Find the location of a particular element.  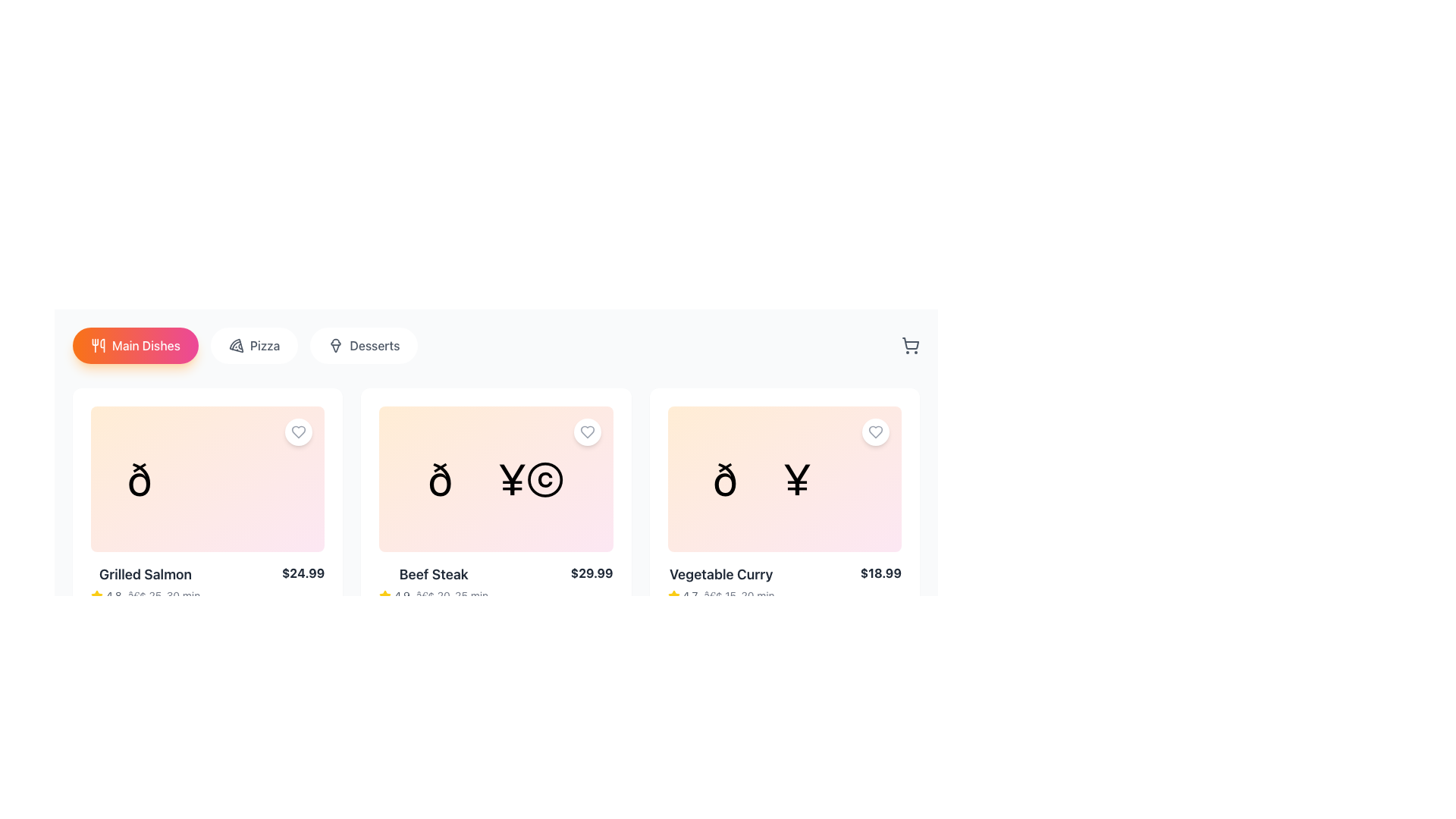

the rating star icon representing a user rating for 'Grilled Salmon', located to the left of the rating text '4.8' is located at coordinates (96, 595).